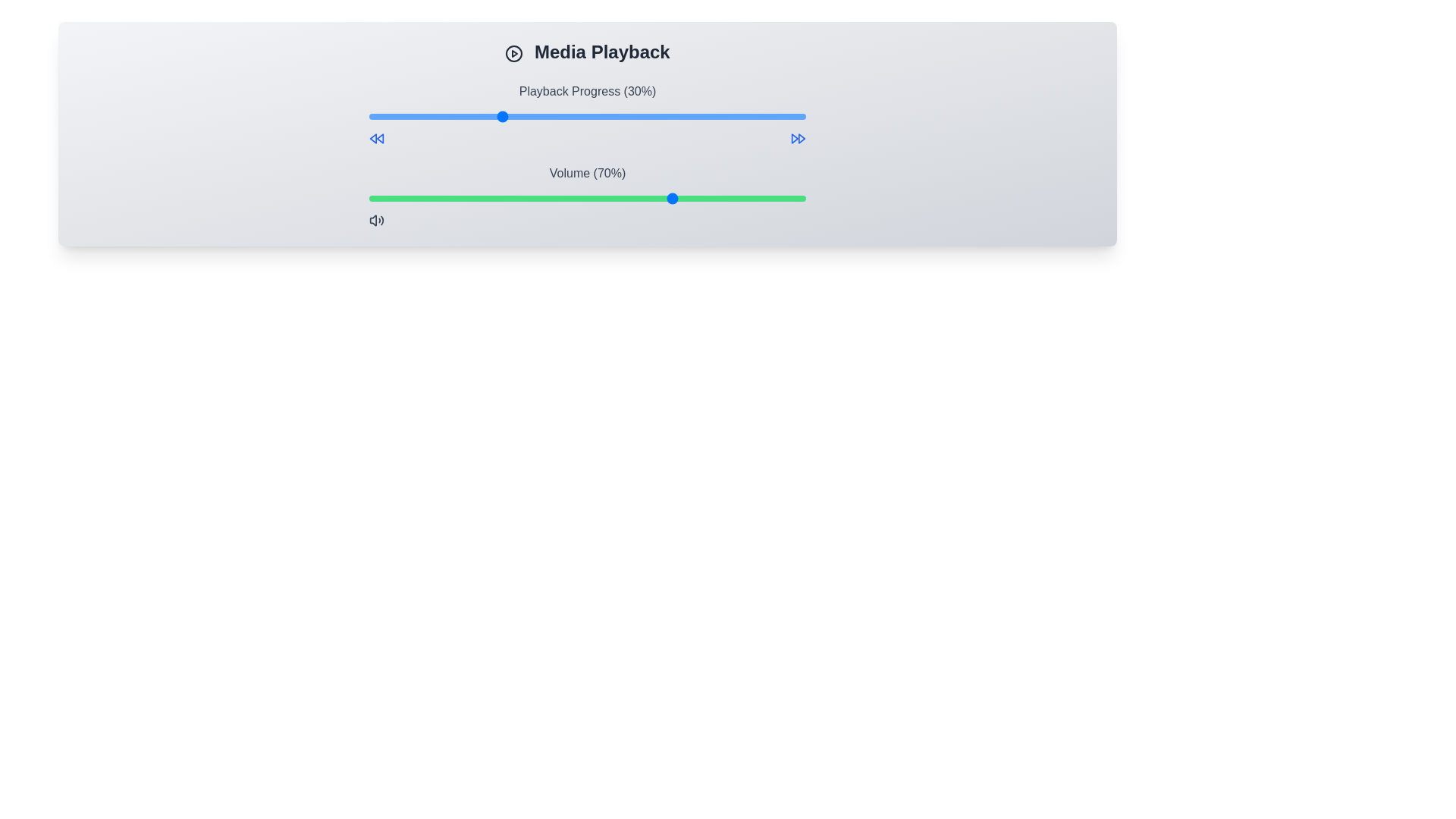 This screenshot has width=1456, height=819. What do you see at coordinates (797, 138) in the screenshot?
I see `the fast-forward button to skip forward in the media playback` at bounding box center [797, 138].